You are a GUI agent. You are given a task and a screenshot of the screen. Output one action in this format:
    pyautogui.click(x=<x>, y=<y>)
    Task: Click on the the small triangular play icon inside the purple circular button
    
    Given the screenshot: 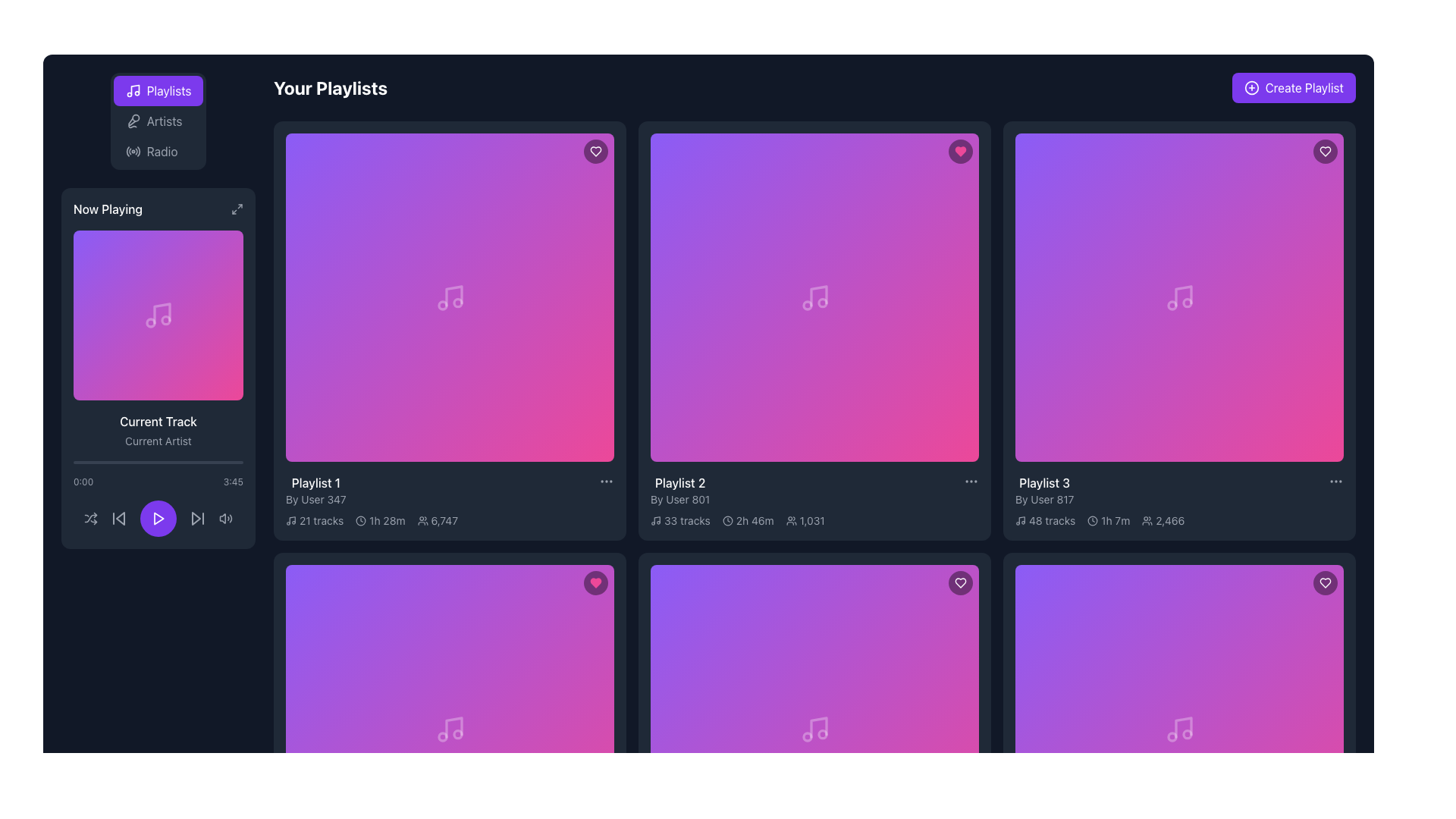 What is the action you would take?
    pyautogui.click(x=158, y=517)
    